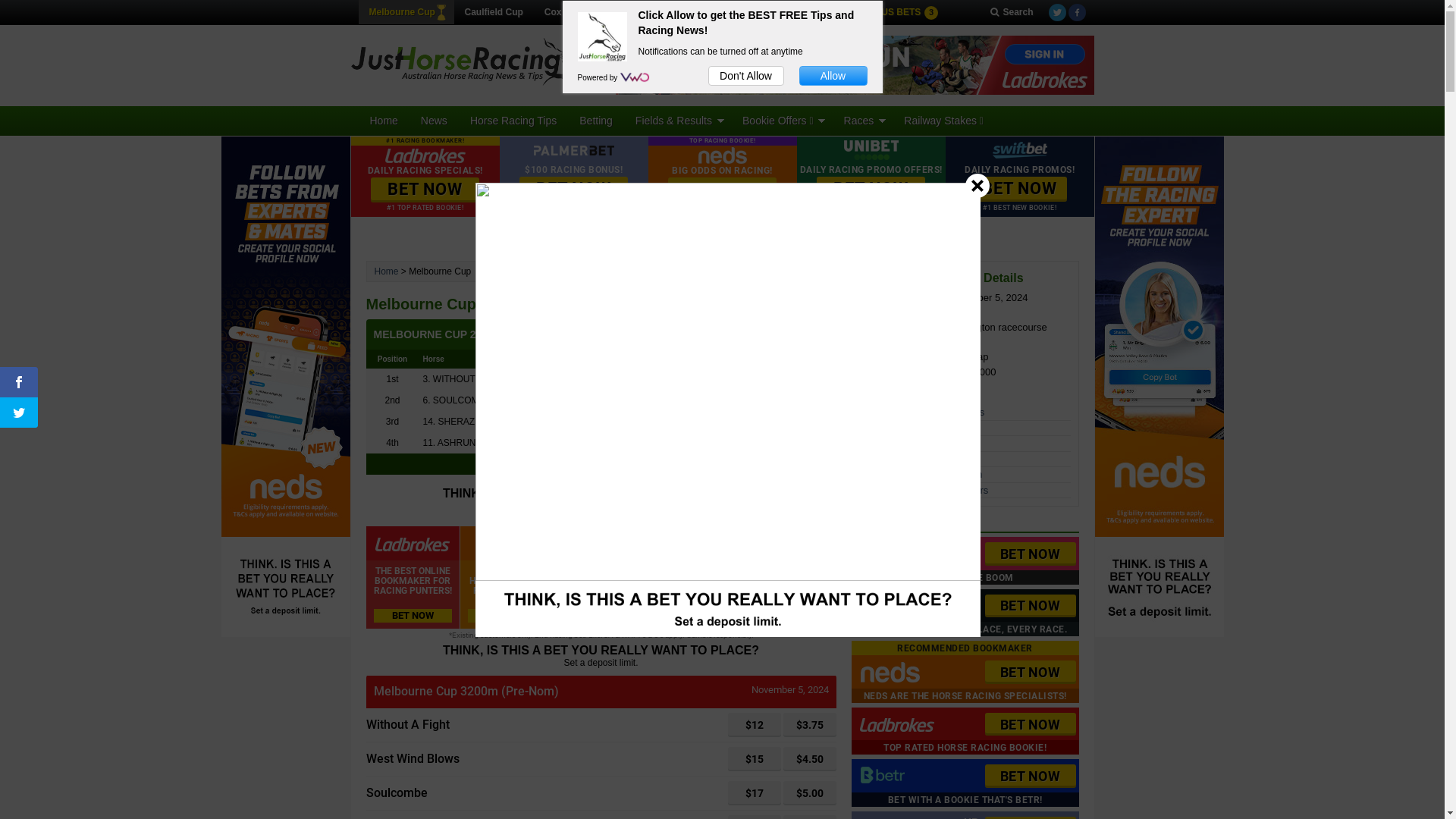 This screenshot has height=819, width=1456. I want to click on 'Allow', so click(833, 76).